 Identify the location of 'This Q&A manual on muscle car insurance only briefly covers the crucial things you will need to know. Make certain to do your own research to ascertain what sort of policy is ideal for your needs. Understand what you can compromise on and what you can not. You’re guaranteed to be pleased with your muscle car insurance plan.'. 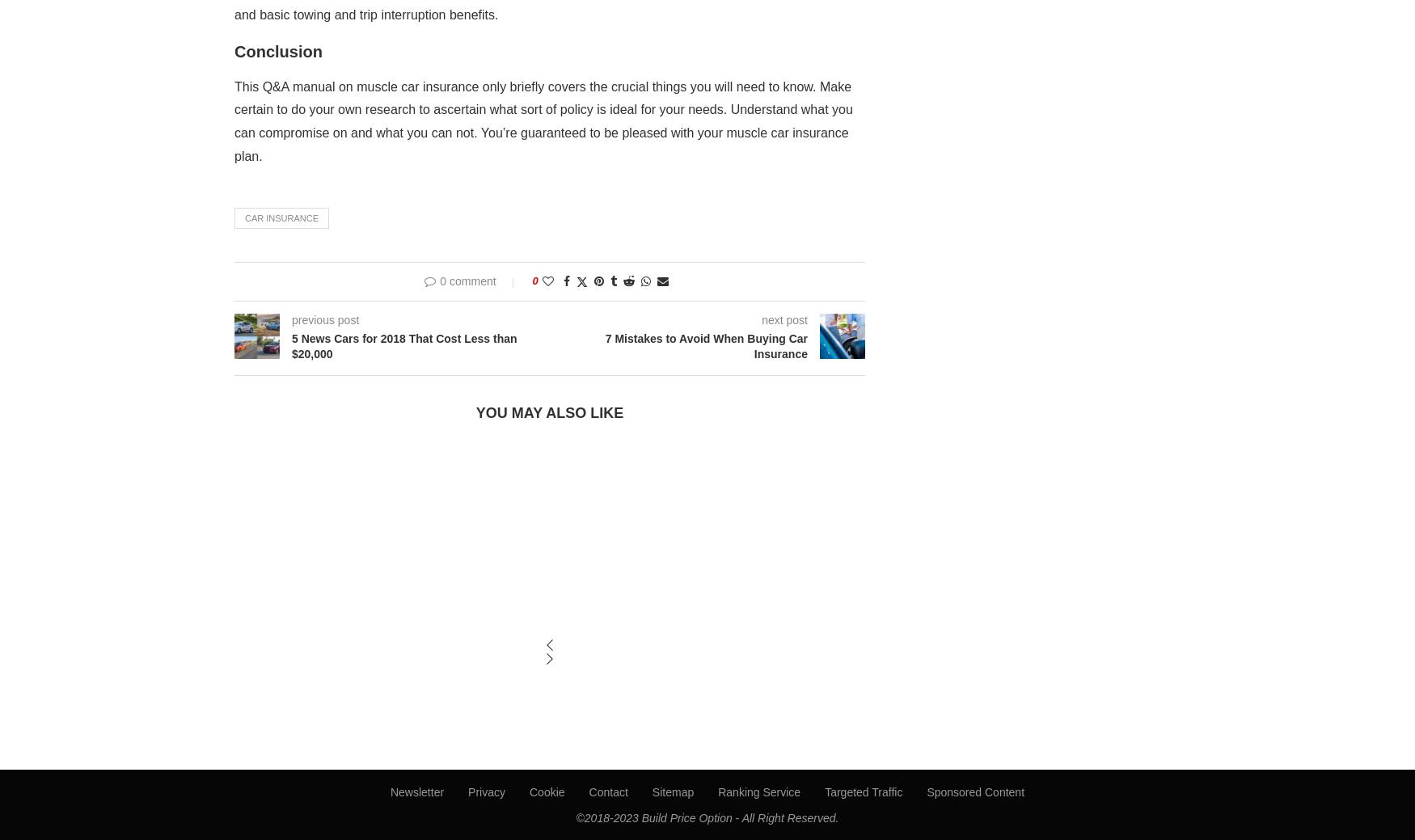
(543, 120).